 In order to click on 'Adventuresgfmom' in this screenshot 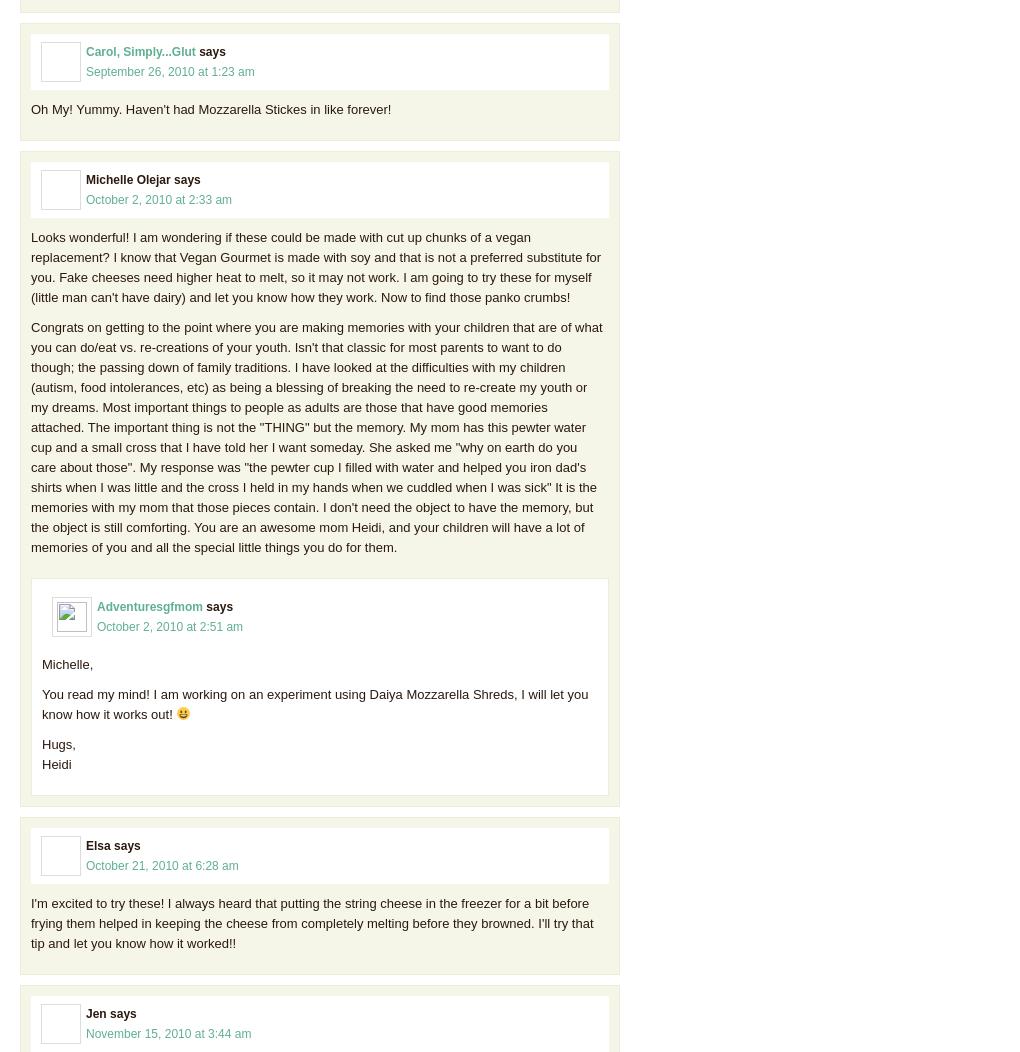, I will do `click(150, 604)`.